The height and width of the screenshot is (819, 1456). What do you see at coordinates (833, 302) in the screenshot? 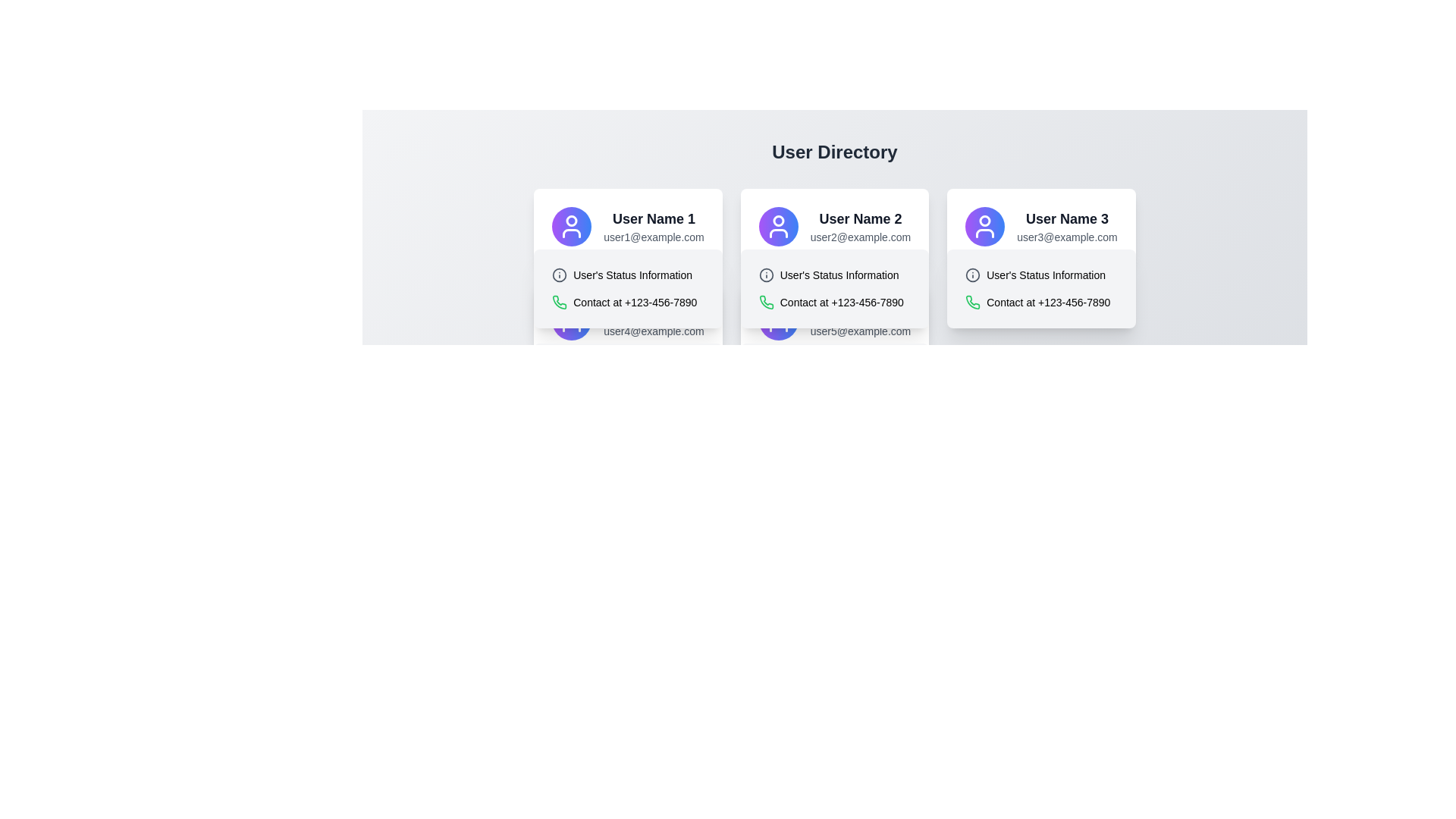
I see `the Contact Information Display located beneath 'User's Status Information' in the user information card` at bounding box center [833, 302].